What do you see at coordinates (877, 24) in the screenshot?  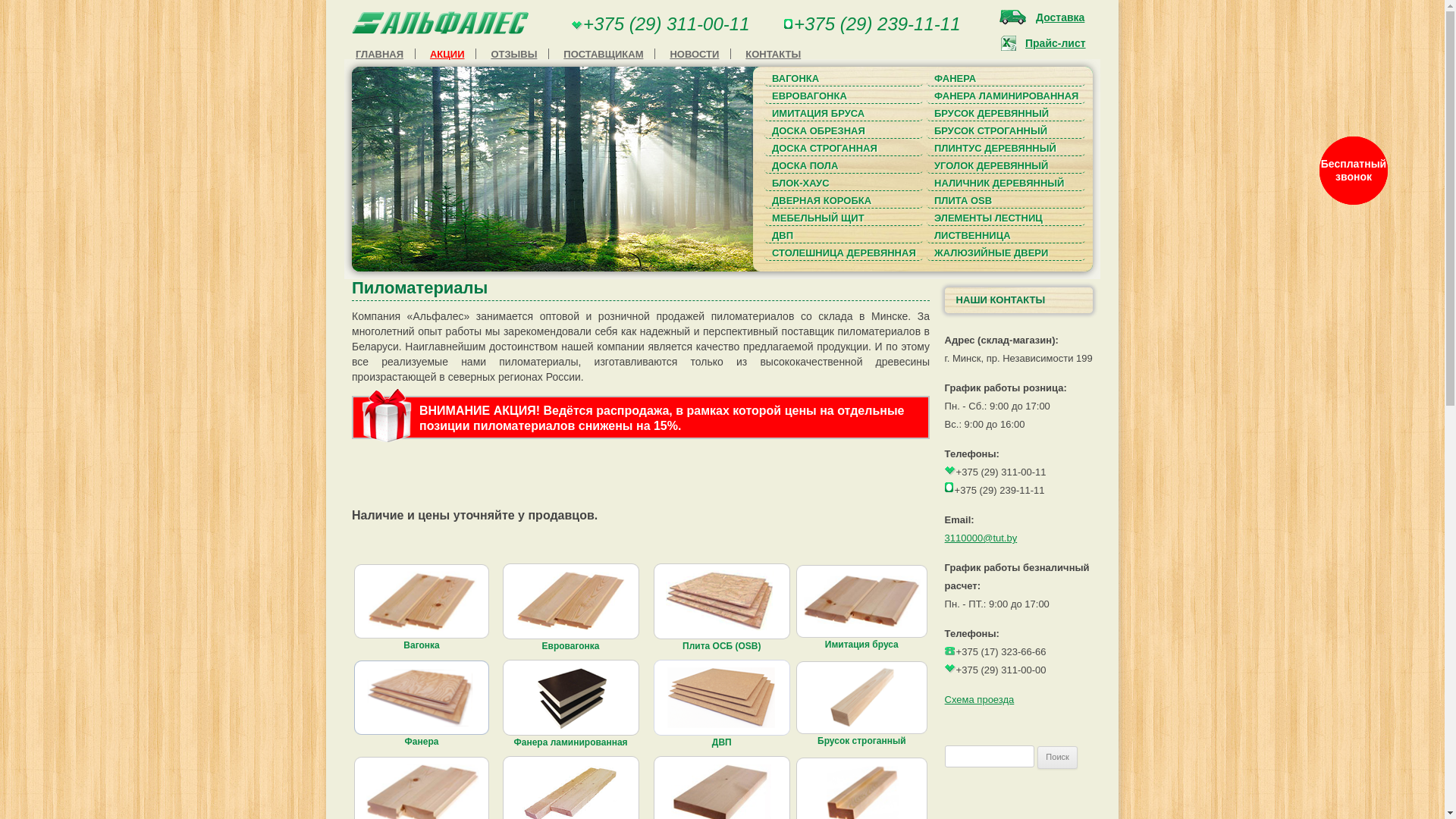 I see `'+375 (29) 239-11-11'` at bounding box center [877, 24].